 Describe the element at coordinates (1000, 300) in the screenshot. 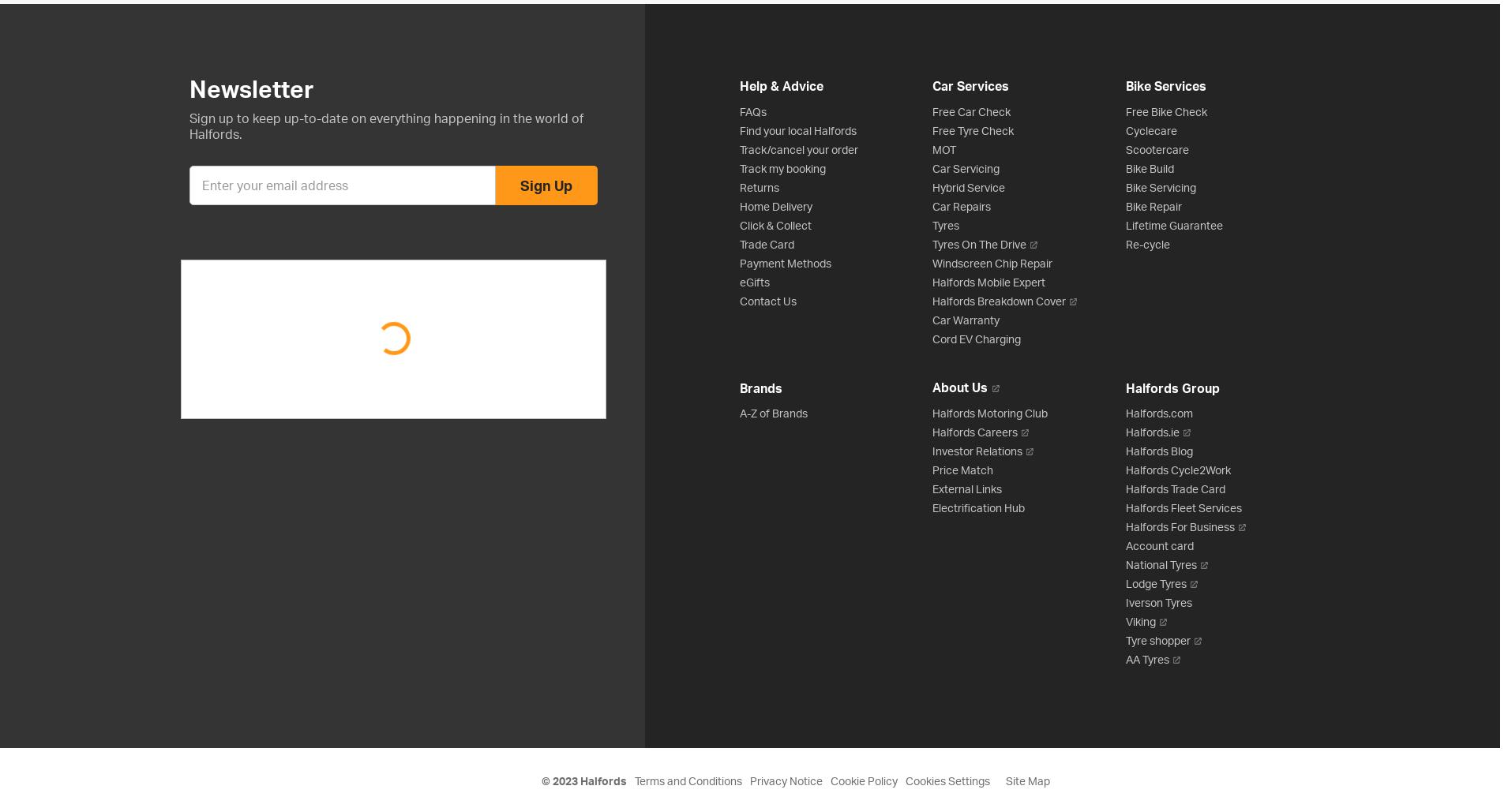

I see `'Halfords Breakdown Cover'` at that location.